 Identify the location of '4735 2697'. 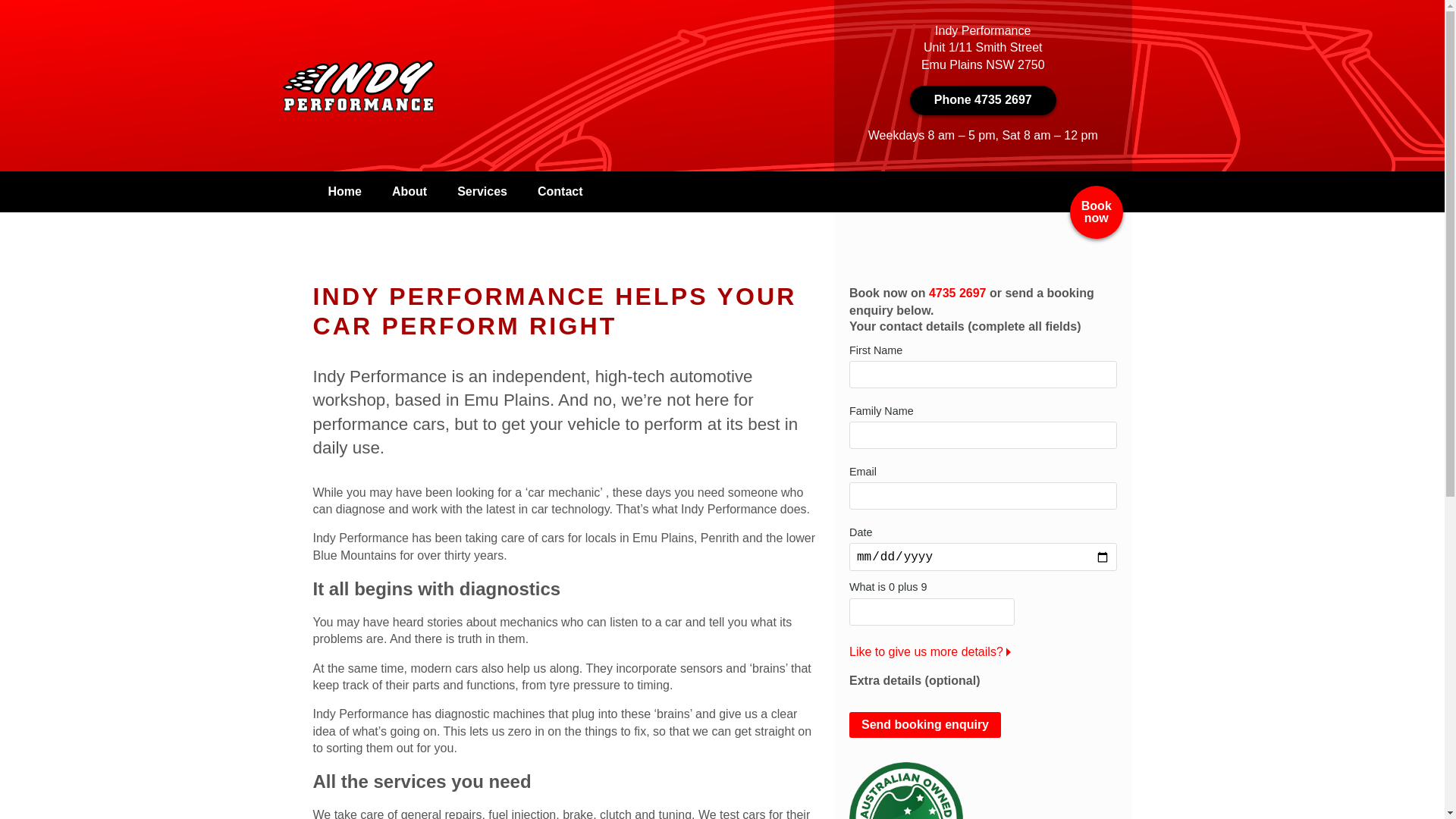
(956, 293).